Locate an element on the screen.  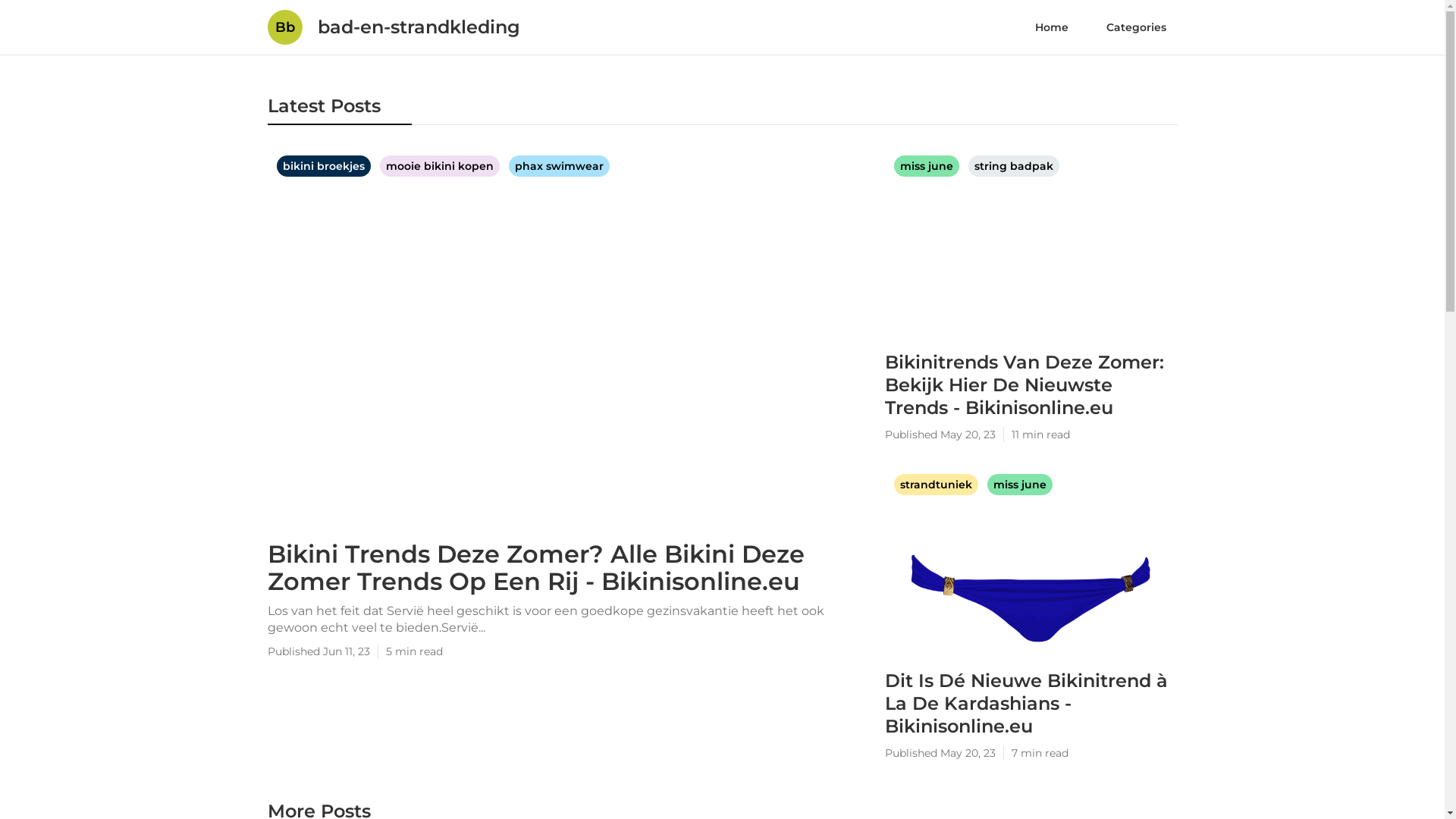
'bikini broekjes' is located at coordinates (323, 166).